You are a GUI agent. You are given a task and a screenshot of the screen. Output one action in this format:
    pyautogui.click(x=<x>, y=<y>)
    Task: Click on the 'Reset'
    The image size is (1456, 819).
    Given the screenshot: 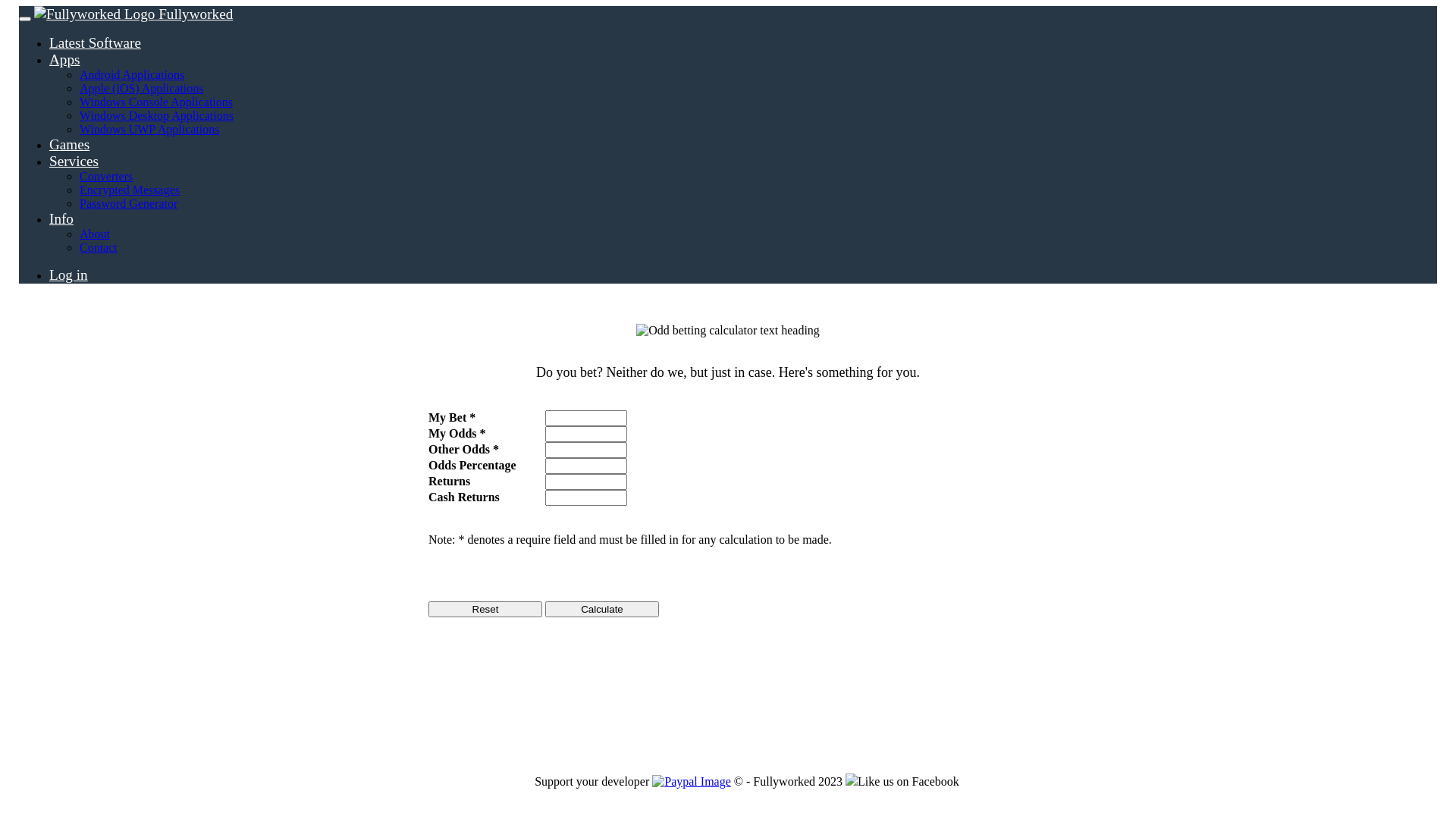 What is the action you would take?
    pyautogui.click(x=484, y=608)
    